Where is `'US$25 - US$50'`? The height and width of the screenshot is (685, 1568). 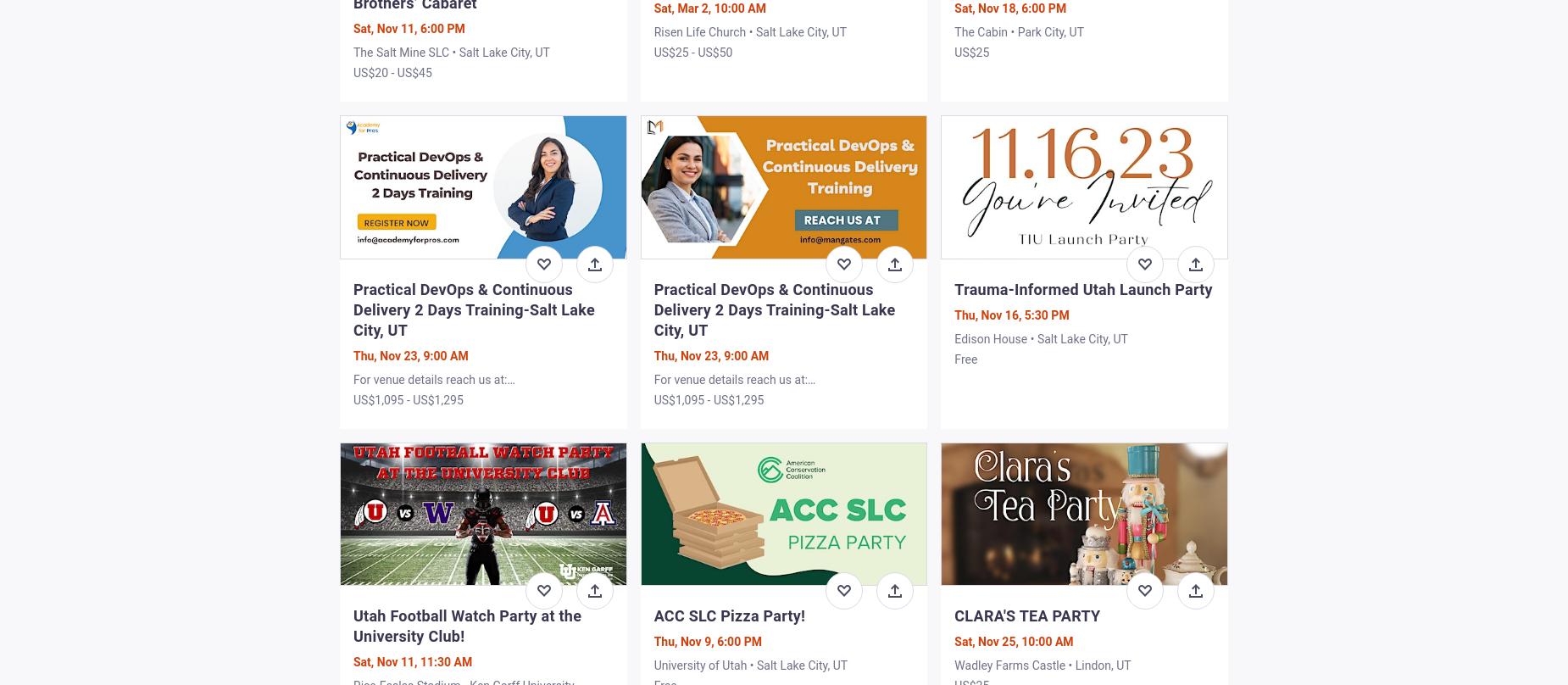
'US$25 - US$50' is located at coordinates (692, 52).